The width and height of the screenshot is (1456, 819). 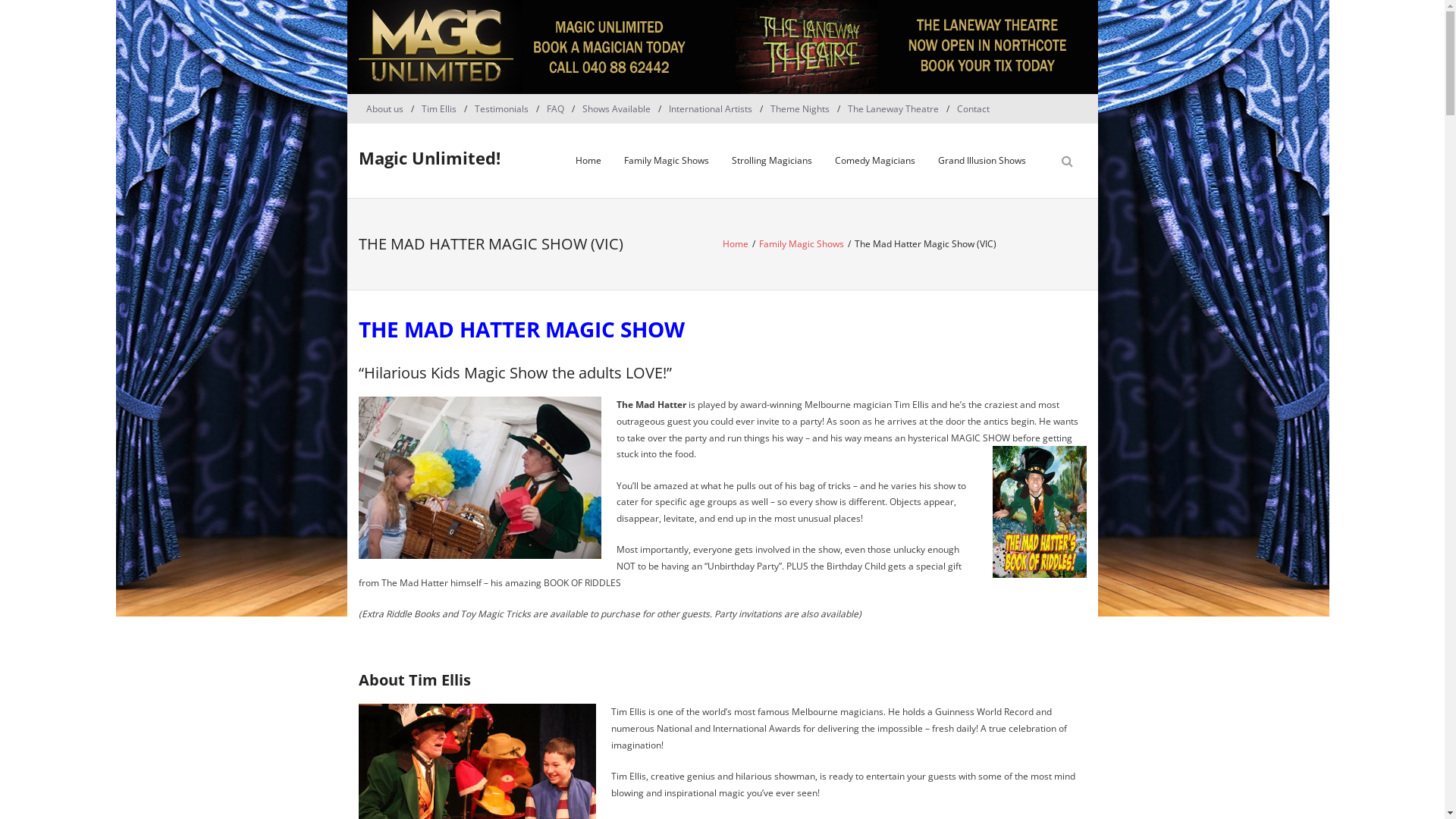 I want to click on 'Strolling Magicians', so click(x=771, y=161).